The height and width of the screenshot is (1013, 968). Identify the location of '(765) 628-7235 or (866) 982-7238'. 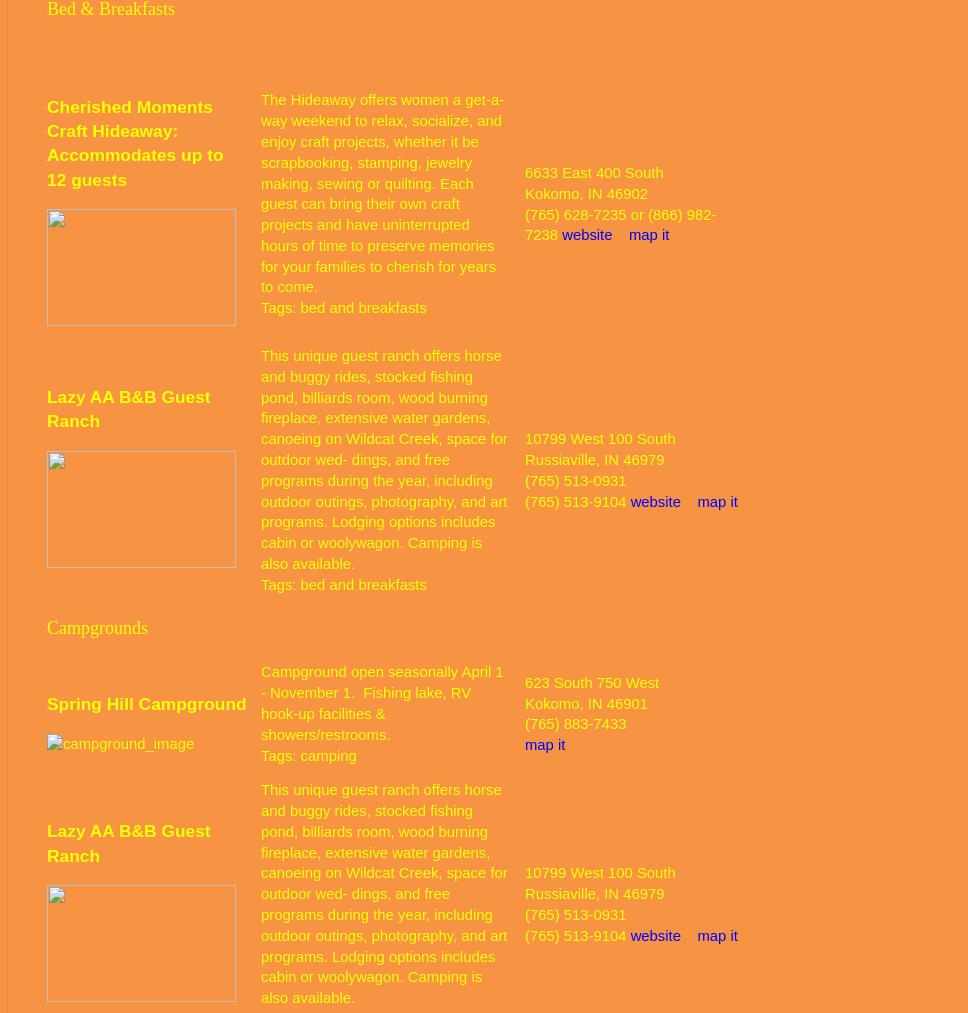
(619, 223).